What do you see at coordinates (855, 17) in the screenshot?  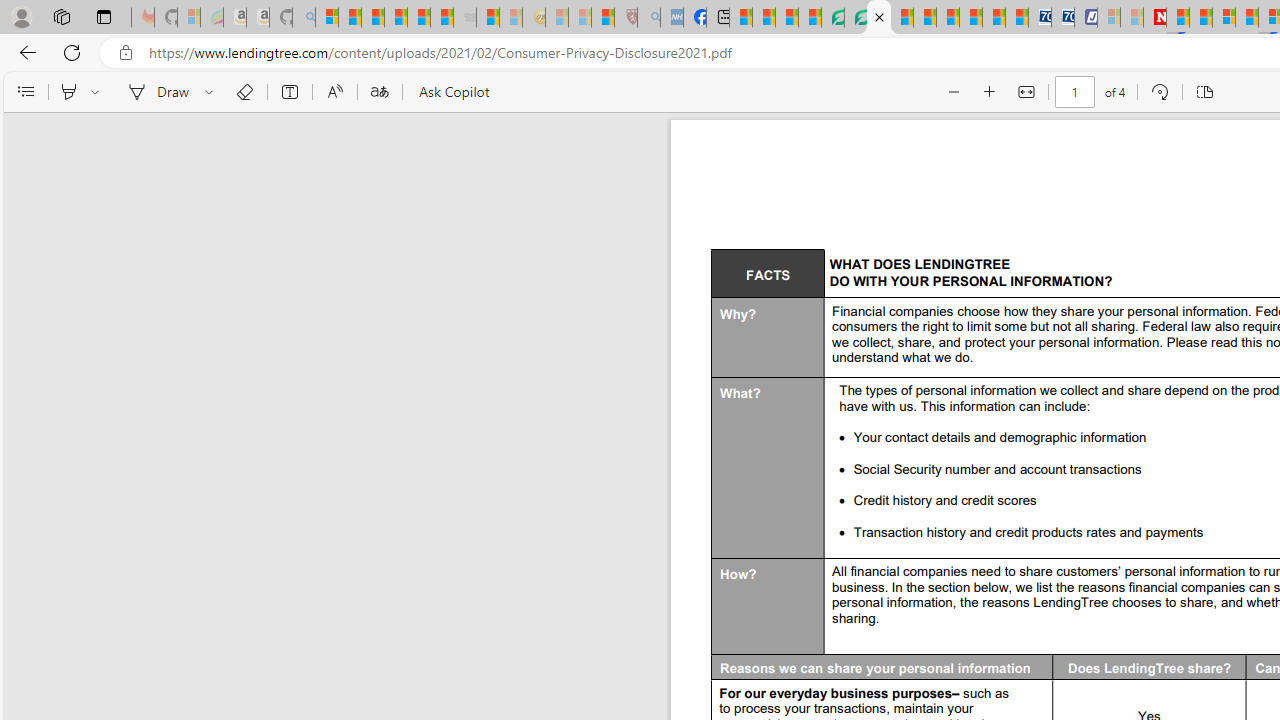 I see `'Terms of Use Agreement'` at bounding box center [855, 17].